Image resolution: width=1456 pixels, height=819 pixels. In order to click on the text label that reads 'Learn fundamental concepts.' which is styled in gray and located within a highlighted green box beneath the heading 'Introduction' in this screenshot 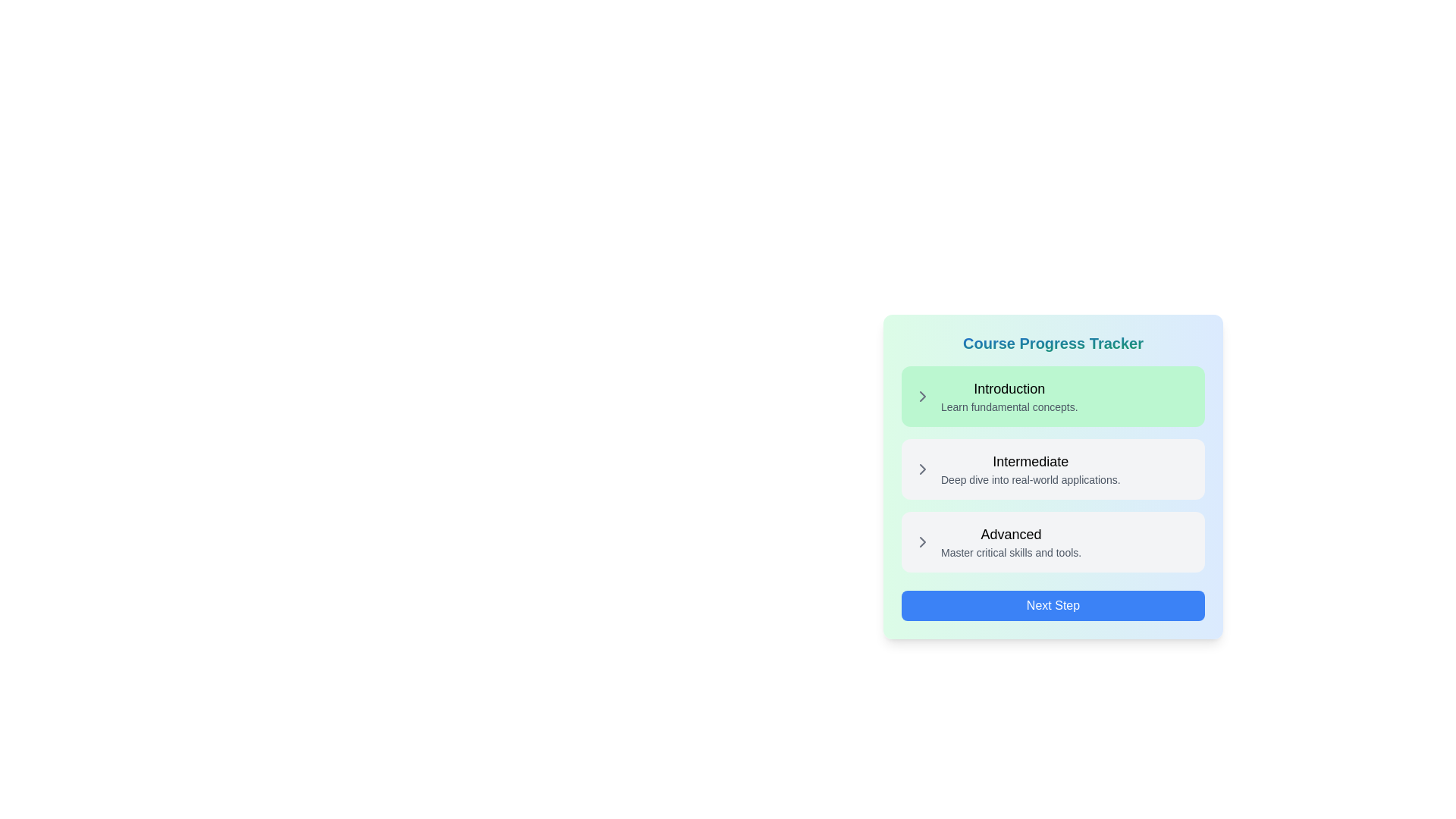, I will do `click(1009, 406)`.